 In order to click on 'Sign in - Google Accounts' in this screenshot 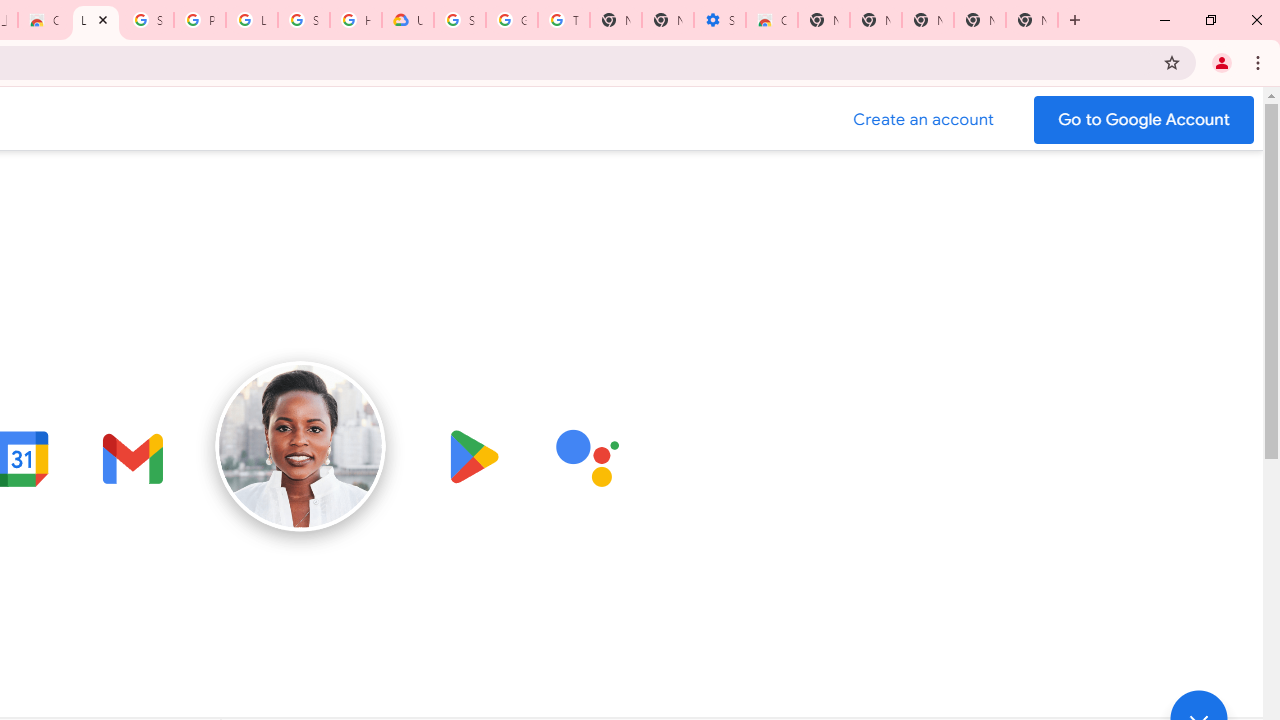, I will do `click(146, 20)`.